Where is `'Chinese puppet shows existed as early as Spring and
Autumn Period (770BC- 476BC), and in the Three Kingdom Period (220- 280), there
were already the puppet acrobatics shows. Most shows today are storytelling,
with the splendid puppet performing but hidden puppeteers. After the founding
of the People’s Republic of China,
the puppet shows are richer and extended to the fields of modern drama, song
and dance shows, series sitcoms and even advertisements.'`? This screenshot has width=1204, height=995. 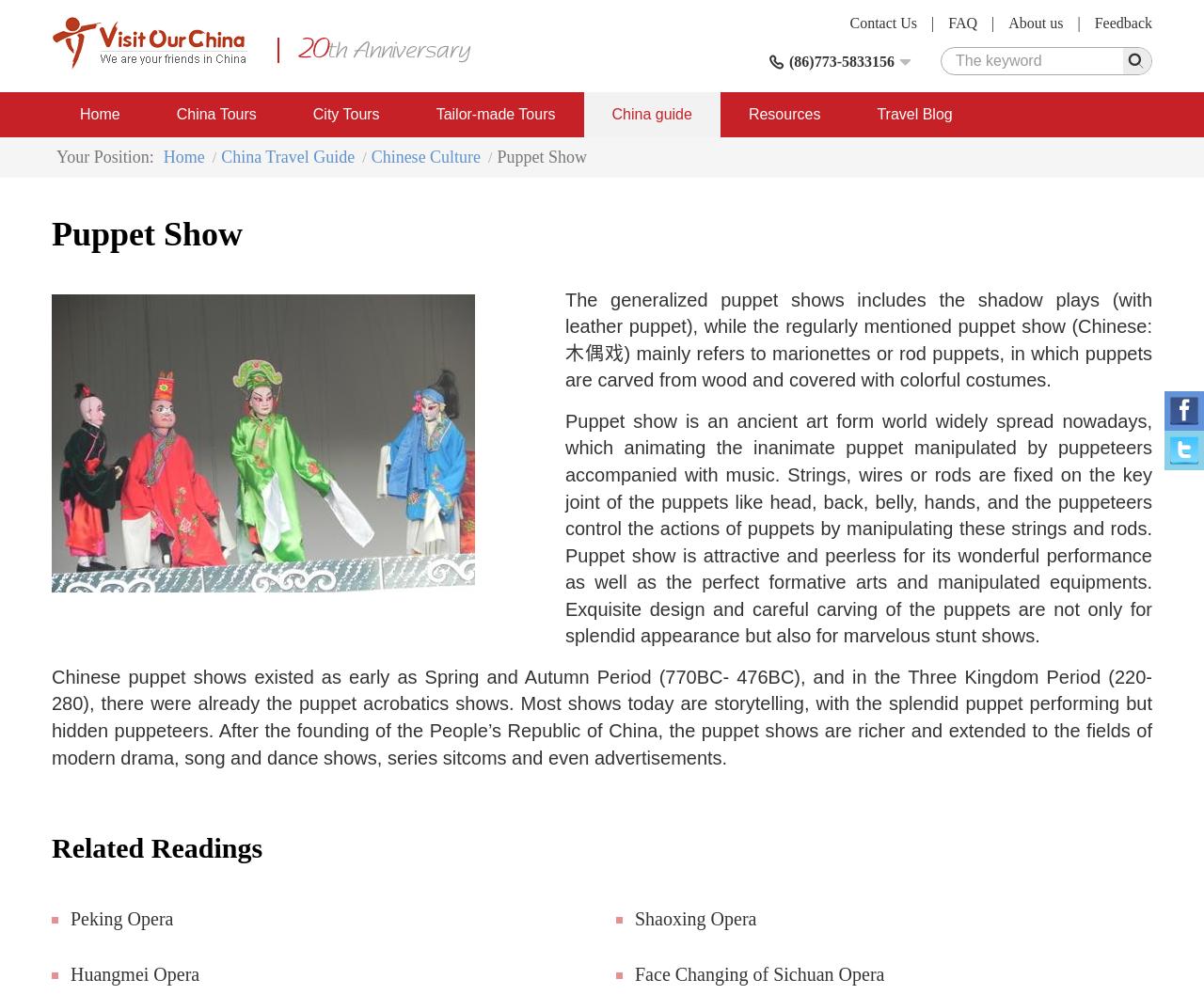
'Chinese puppet shows existed as early as Spring and
Autumn Period (770BC- 476BC), and in the Three Kingdom Period (220- 280), there
were already the puppet acrobatics shows. Most shows today are storytelling,
with the splendid puppet performing but hidden puppeteers. After the founding
of the People’s Republic of China,
the puppet shows are richer and extended to the fields of modern drama, song
and dance shows, series sitcoms and even advertisements.' is located at coordinates (602, 716).